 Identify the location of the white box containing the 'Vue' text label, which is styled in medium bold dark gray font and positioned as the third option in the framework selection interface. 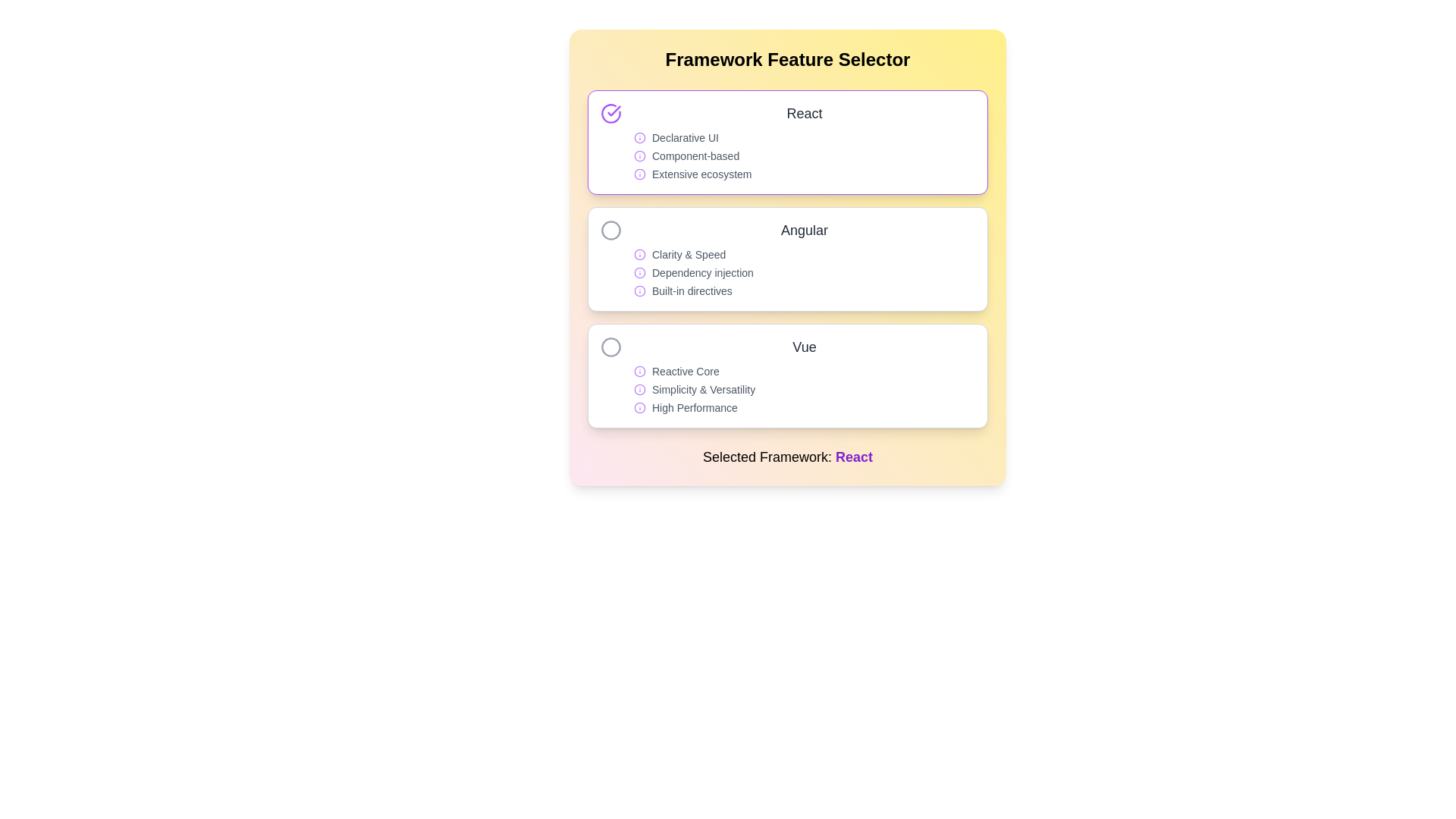
(803, 347).